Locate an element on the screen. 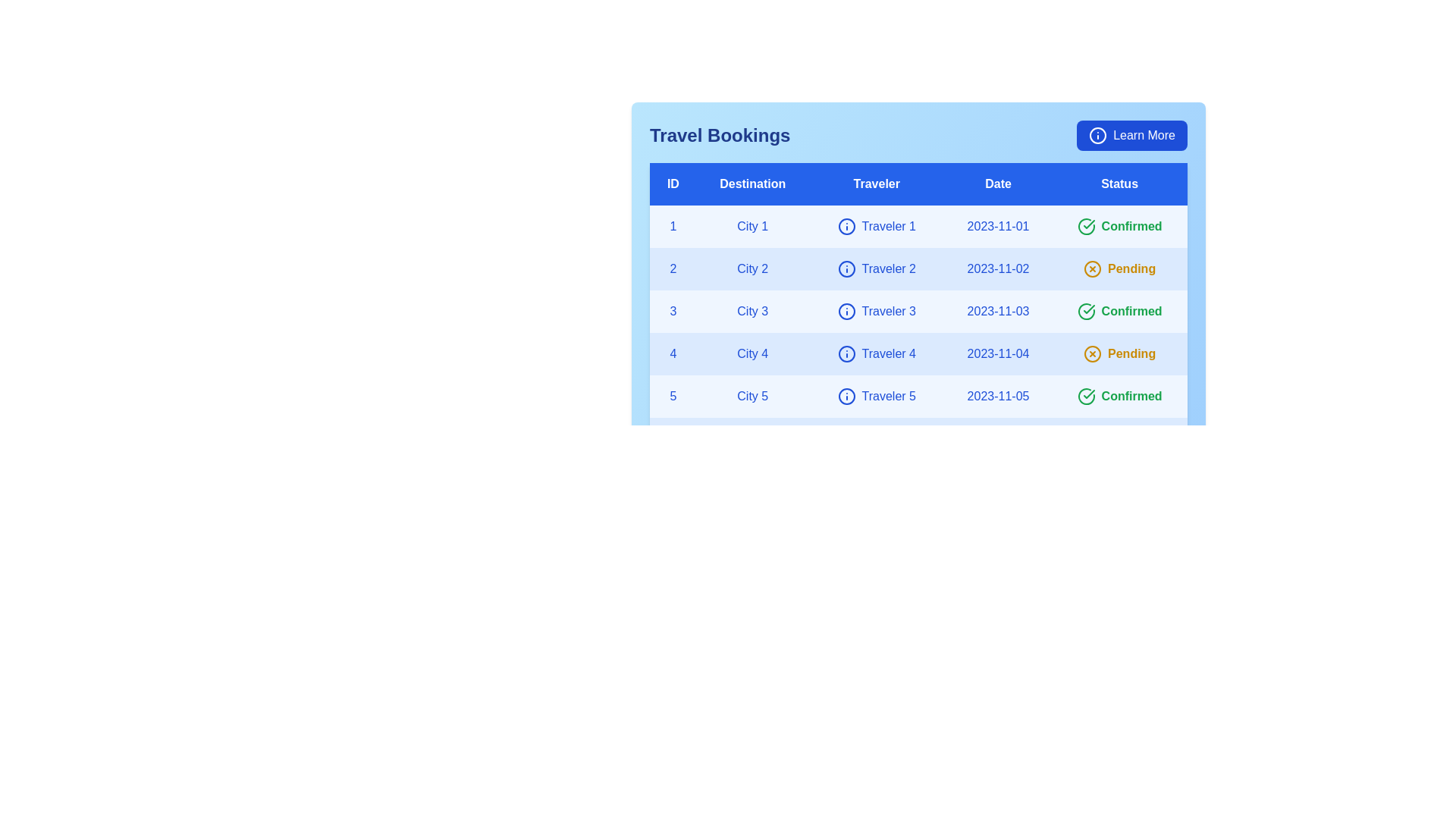 The image size is (1456, 819). the 'Info' icon next to the traveler's name for traveler 2 is located at coordinates (846, 268).